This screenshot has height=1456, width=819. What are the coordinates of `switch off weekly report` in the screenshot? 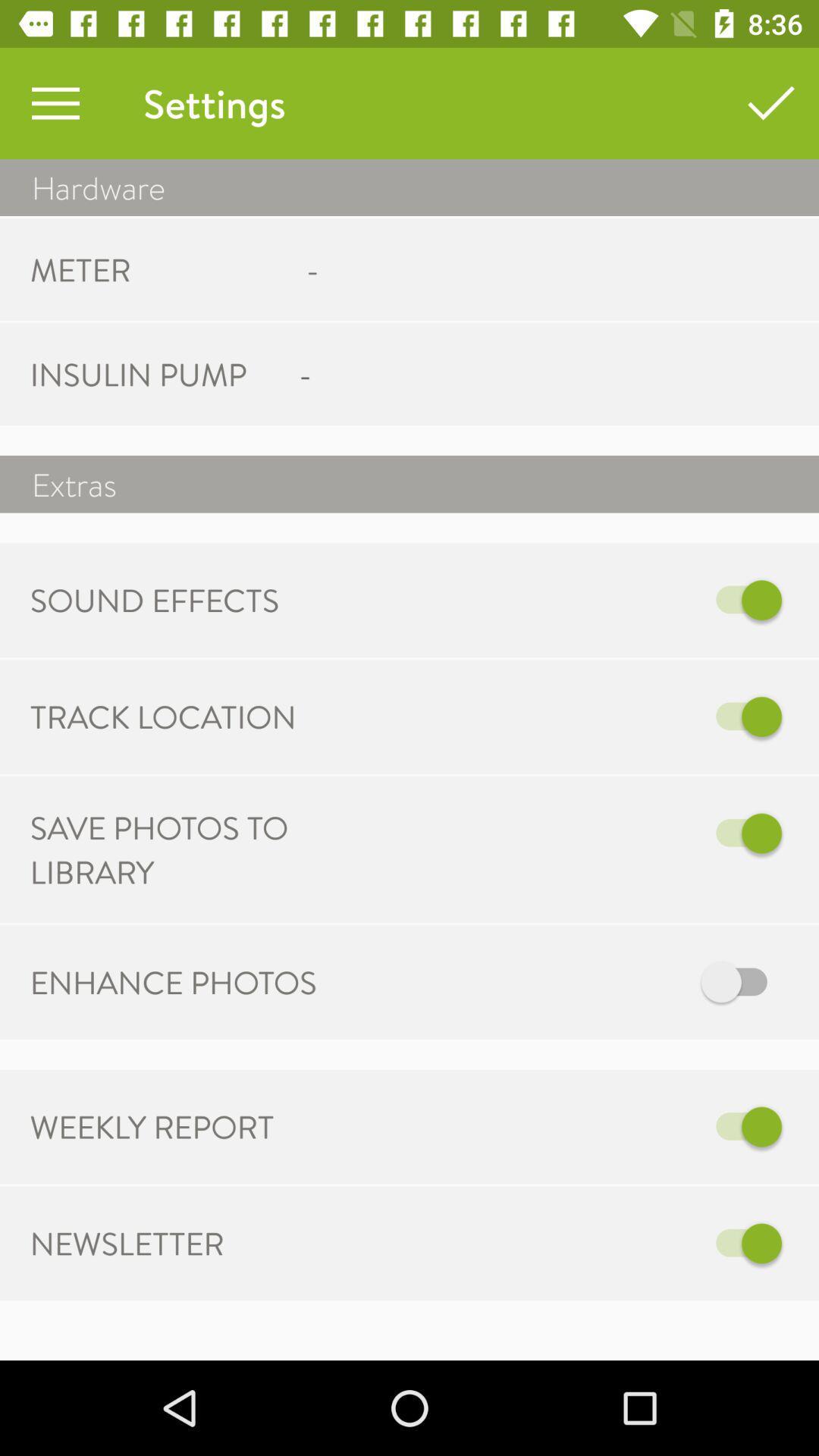 It's located at (566, 1127).